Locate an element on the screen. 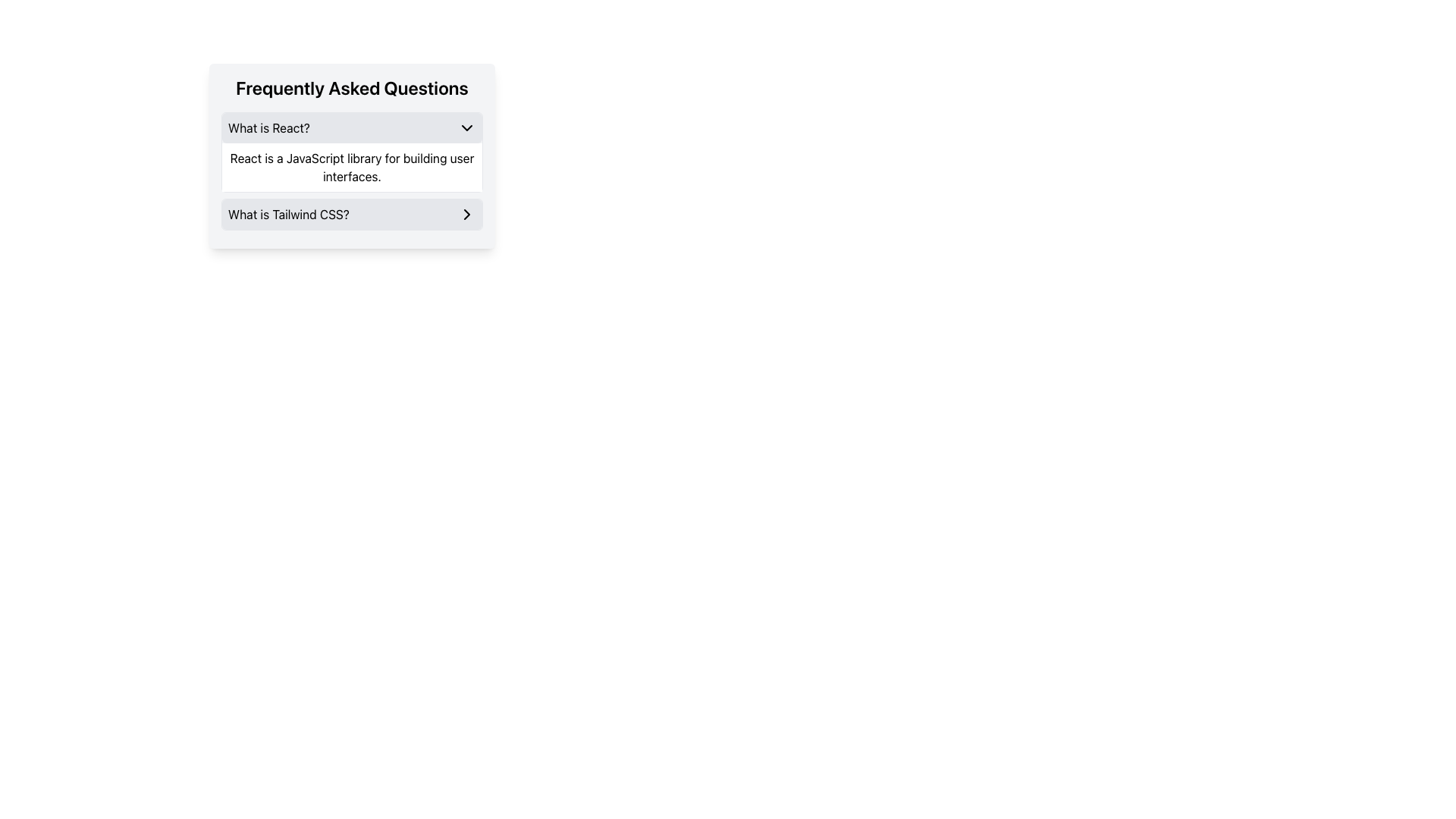  the text label displaying the question 'What is Tailwind CSS?' in the FAQs list, located in the second question row is located at coordinates (288, 214).